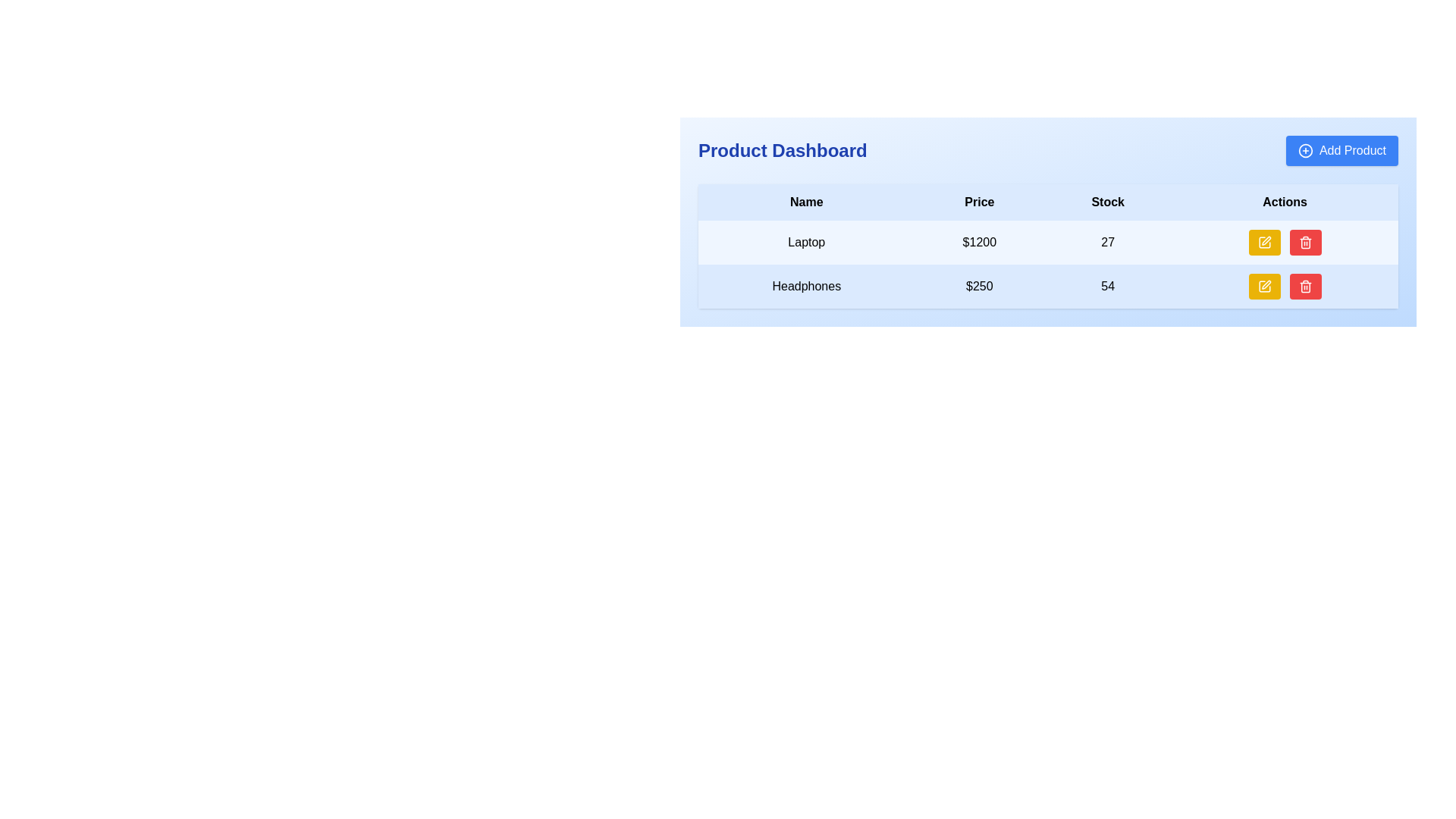 The width and height of the screenshot is (1456, 819). I want to click on the text label displaying 'Laptop' located in the first row of the data table under the 'Name' header, so click(805, 242).